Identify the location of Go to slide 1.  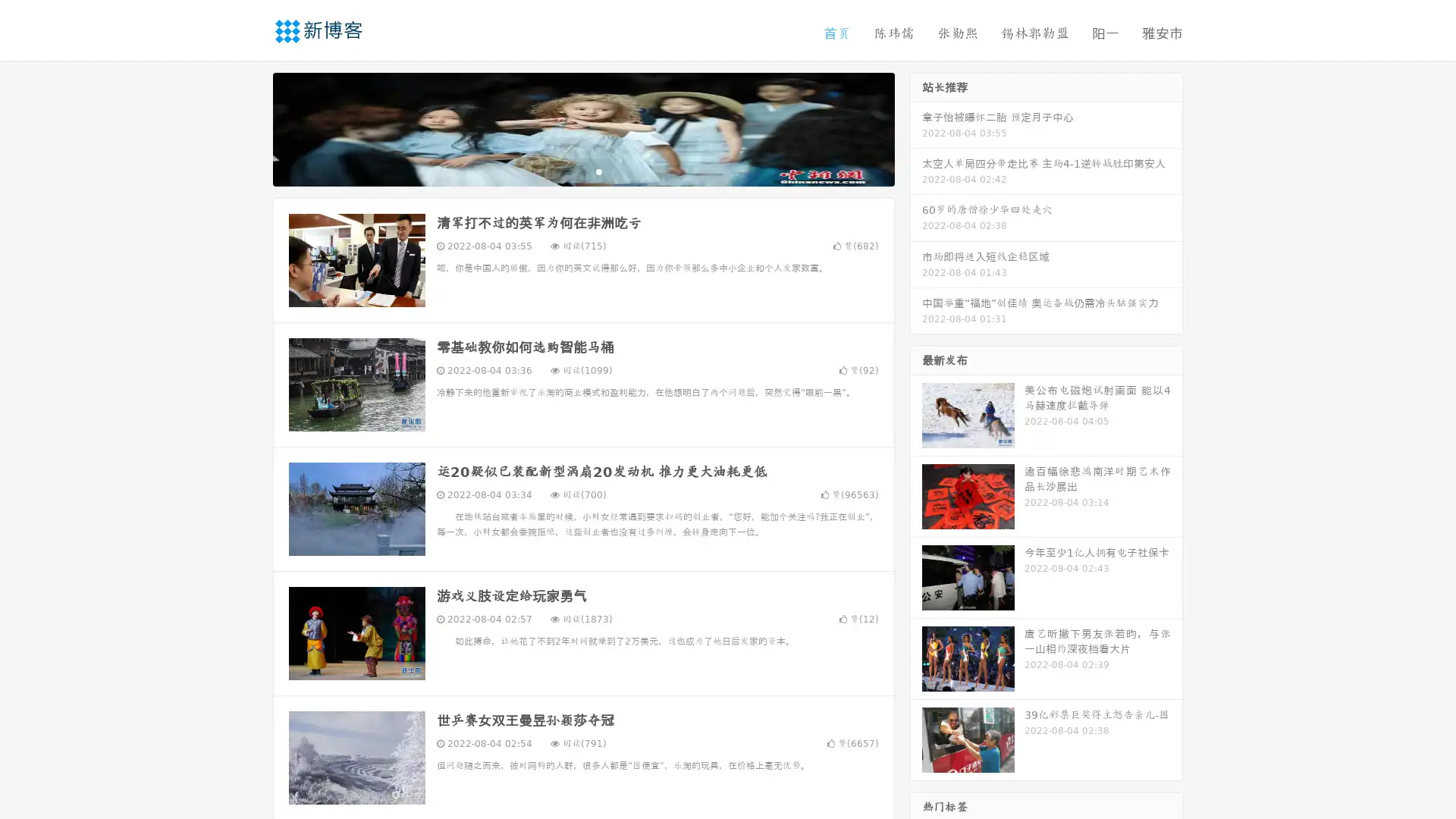
(567, 171).